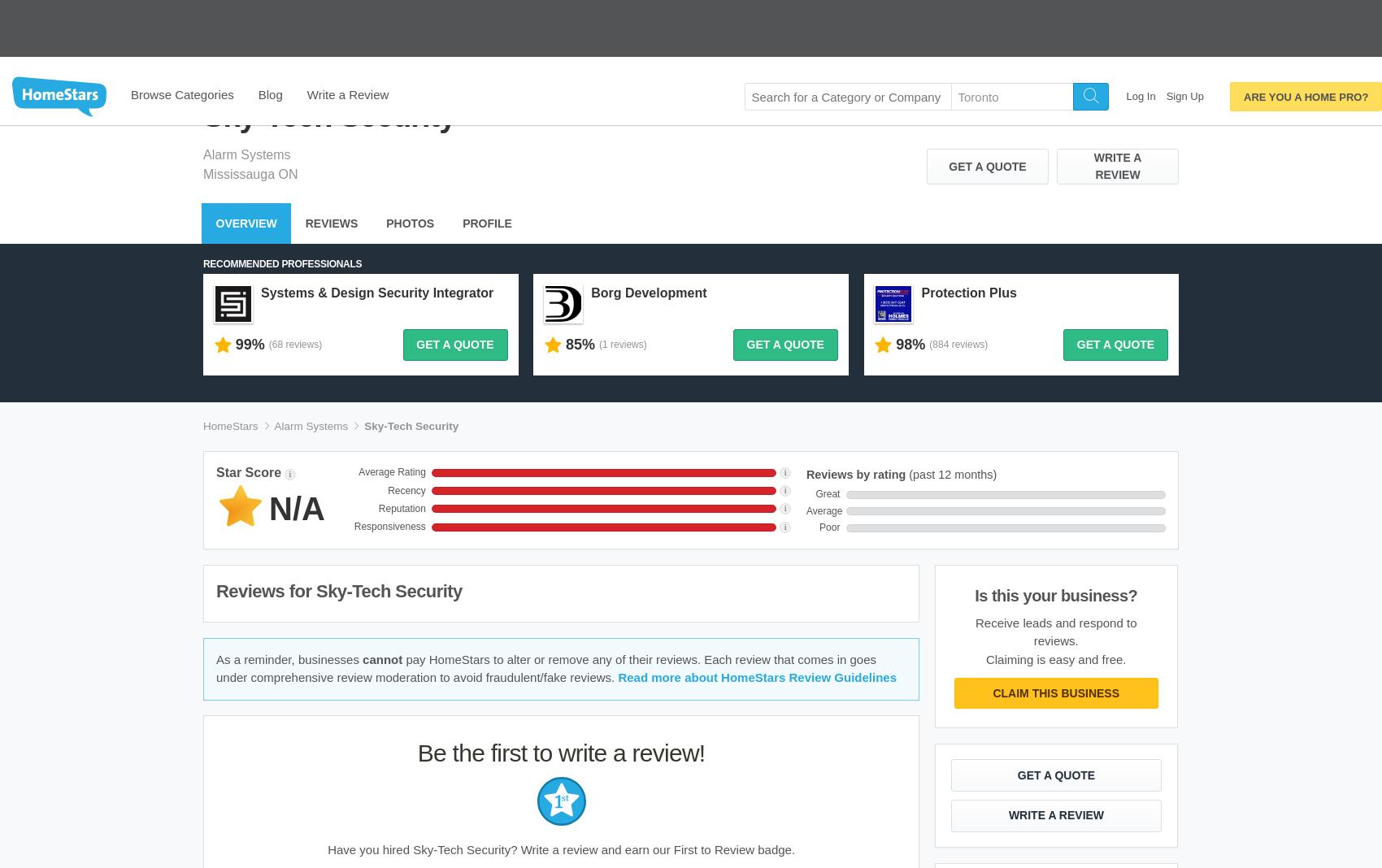 This screenshot has width=1382, height=868. What do you see at coordinates (250, 105) in the screenshot?
I see `'Mississauga ON'` at bounding box center [250, 105].